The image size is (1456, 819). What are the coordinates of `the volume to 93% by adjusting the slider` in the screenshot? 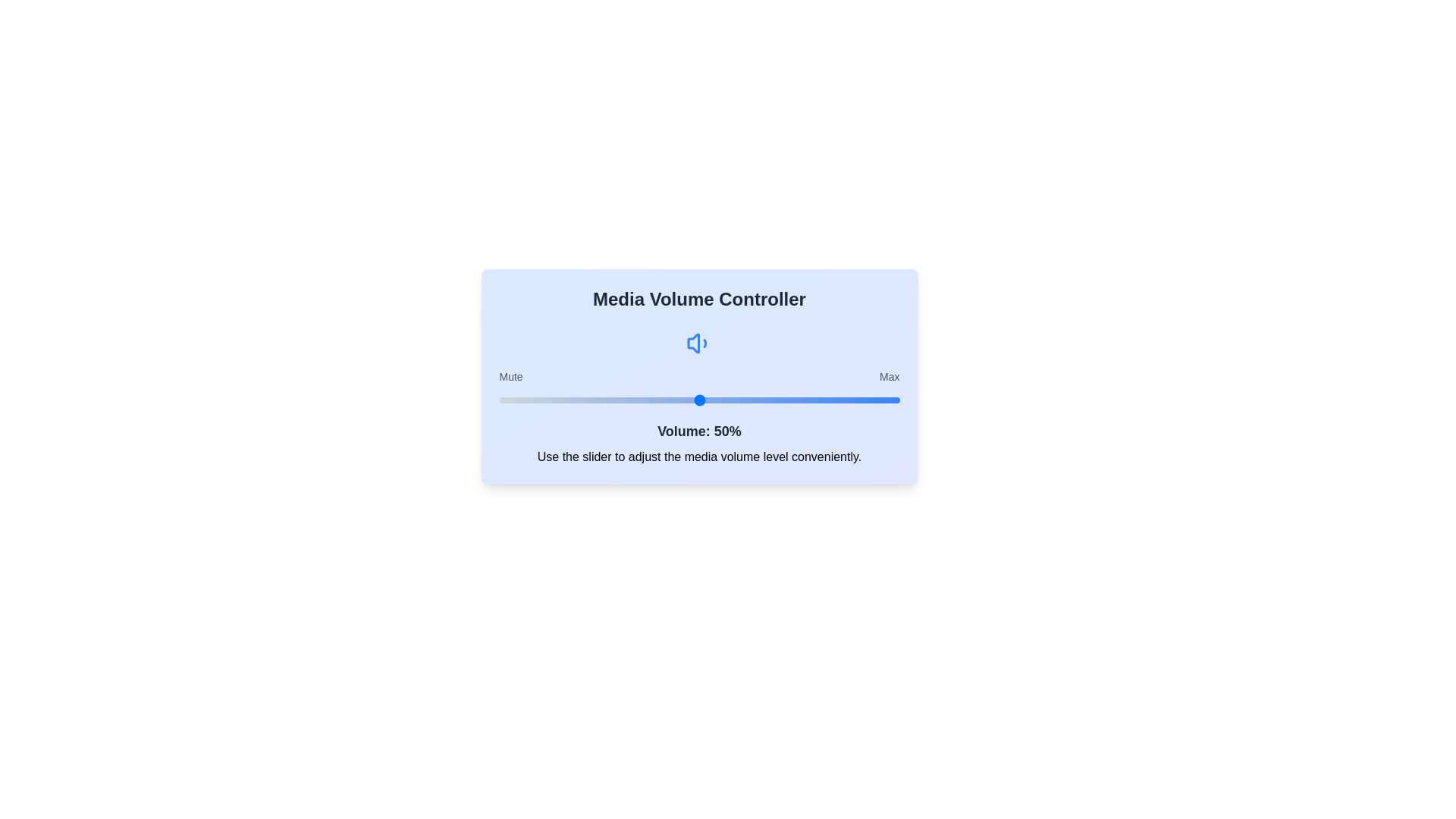 It's located at (871, 400).